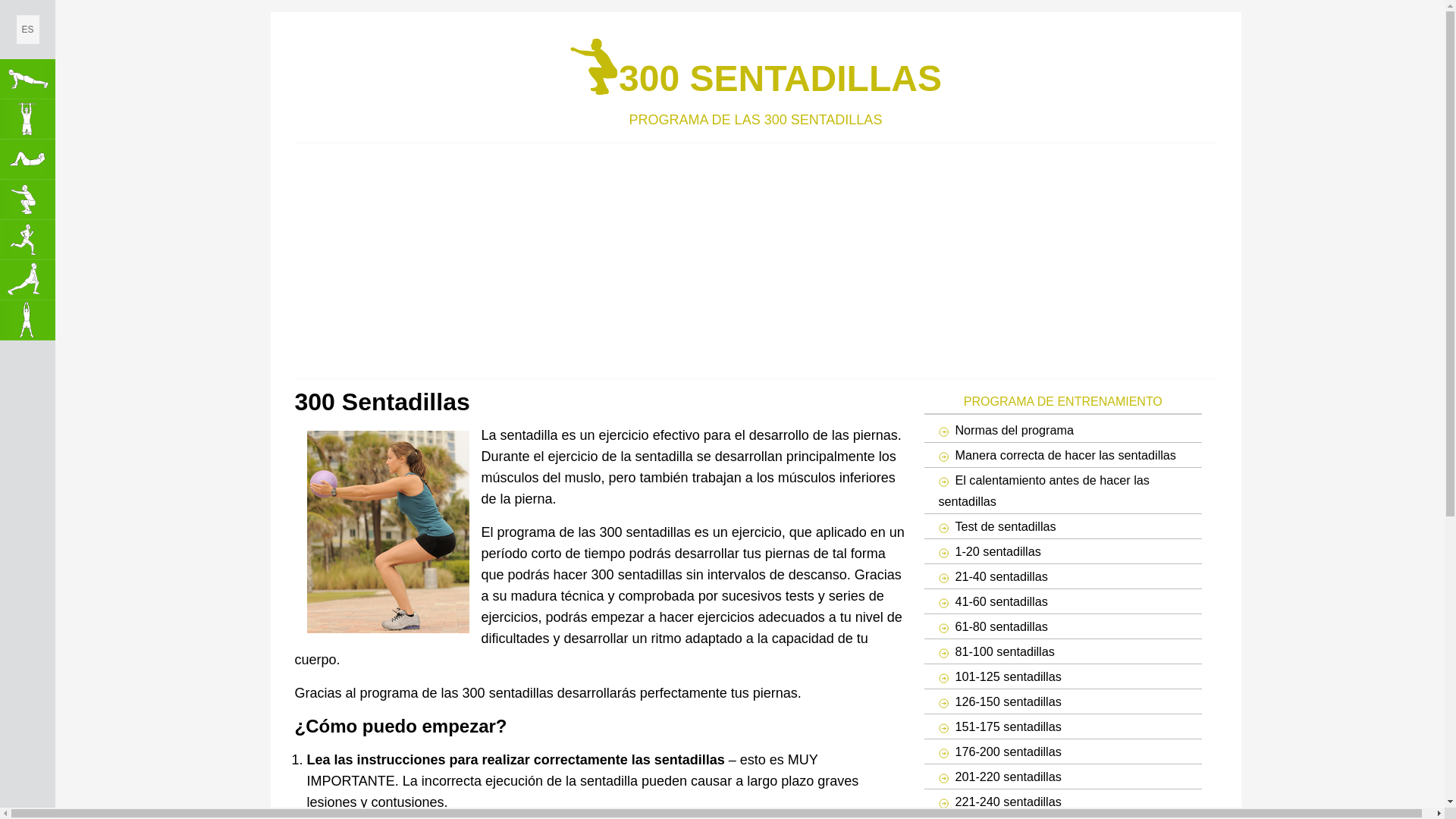 The image size is (1456, 819). I want to click on '126-150 sentadillas', so click(924, 701).